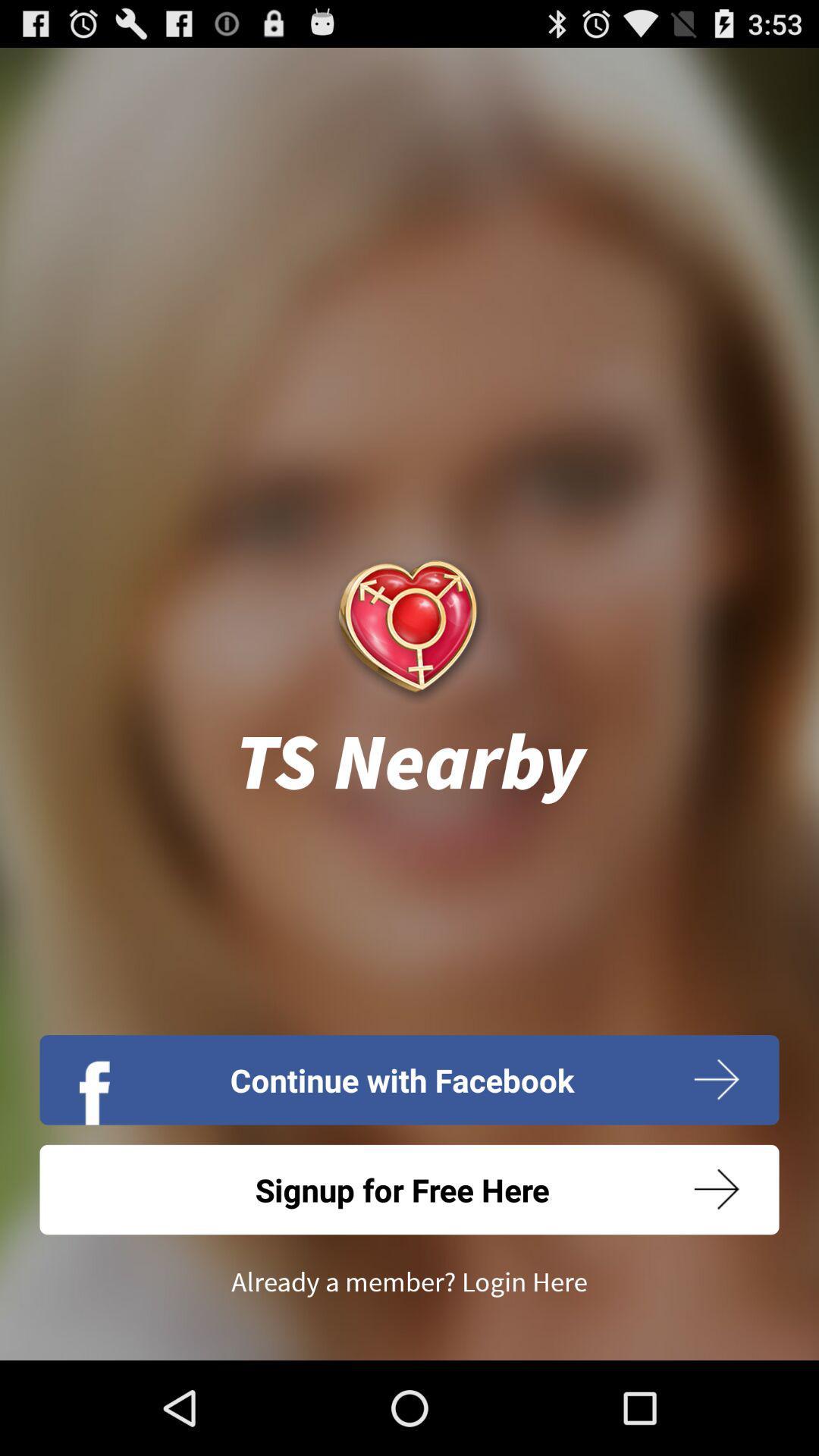 Image resolution: width=819 pixels, height=1456 pixels. What do you see at coordinates (409, 1189) in the screenshot?
I see `icon below continue with facebook icon` at bounding box center [409, 1189].